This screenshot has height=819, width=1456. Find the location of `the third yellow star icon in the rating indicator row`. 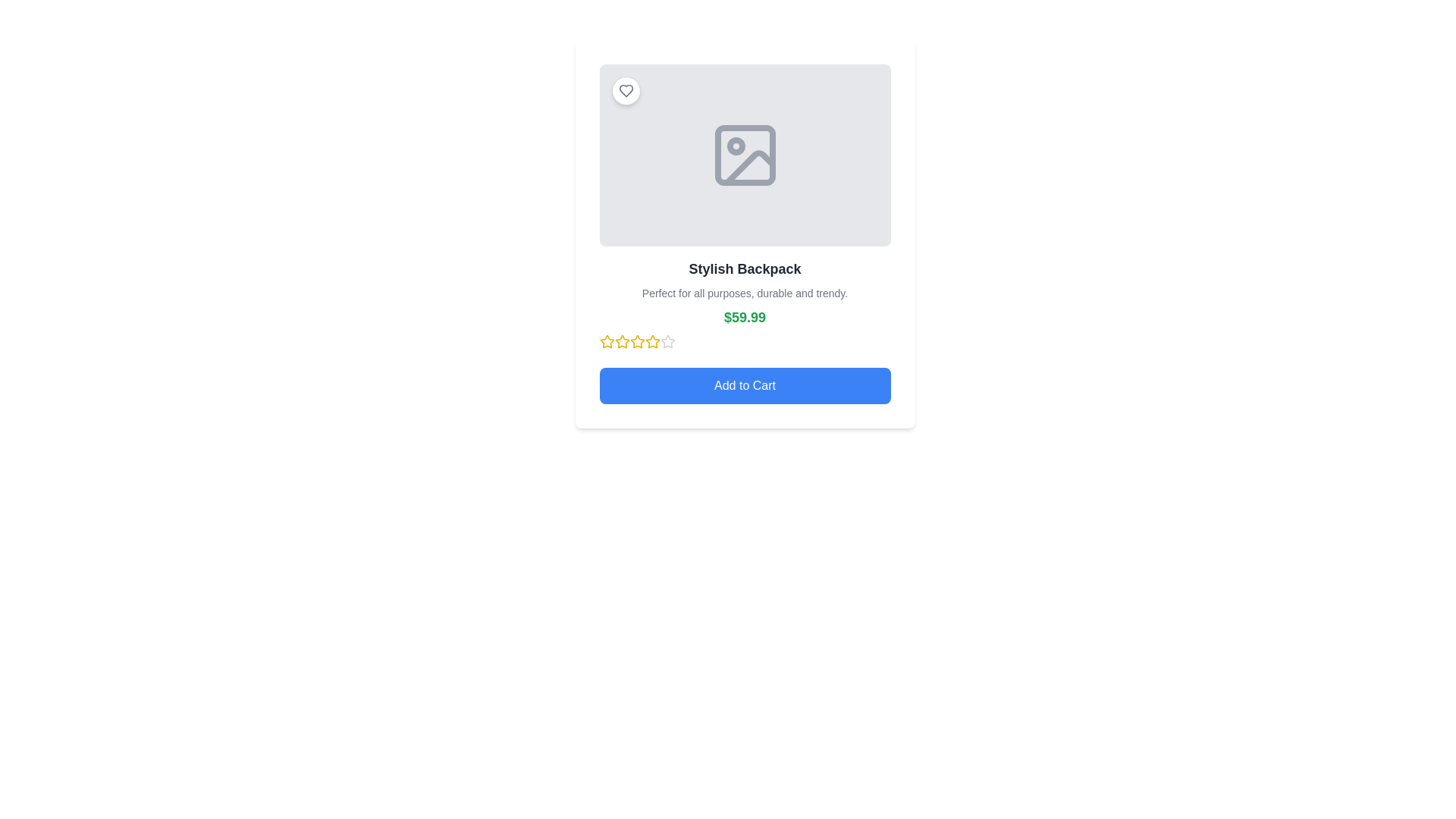

the third yellow star icon in the rating indicator row is located at coordinates (652, 341).